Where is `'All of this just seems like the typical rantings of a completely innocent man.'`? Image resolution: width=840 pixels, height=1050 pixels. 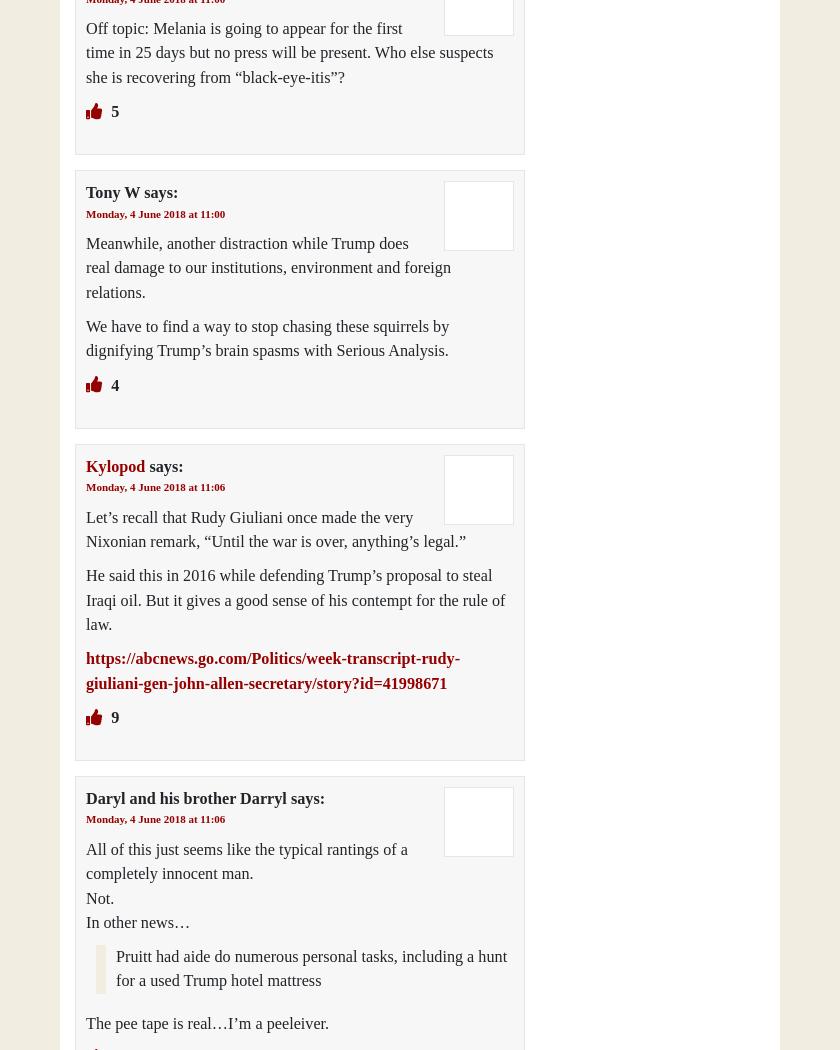 'All of this just seems like the typical rantings of a completely innocent man.' is located at coordinates (246, 861).